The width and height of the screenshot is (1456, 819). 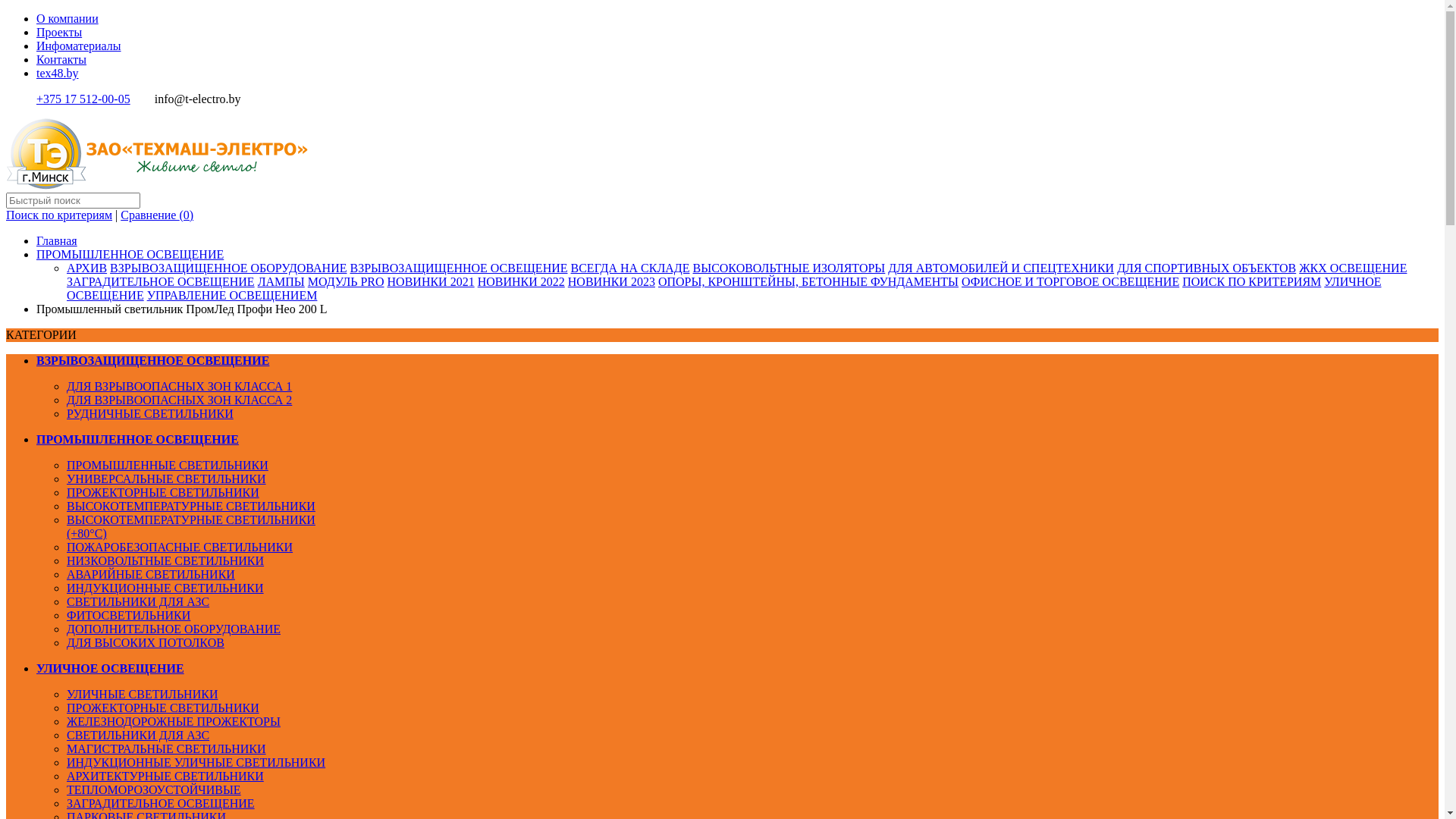 What do you see at coordinates (58, 73) in the screenshot?
I see `'tex48.by'` at bounding box center [58, 73].